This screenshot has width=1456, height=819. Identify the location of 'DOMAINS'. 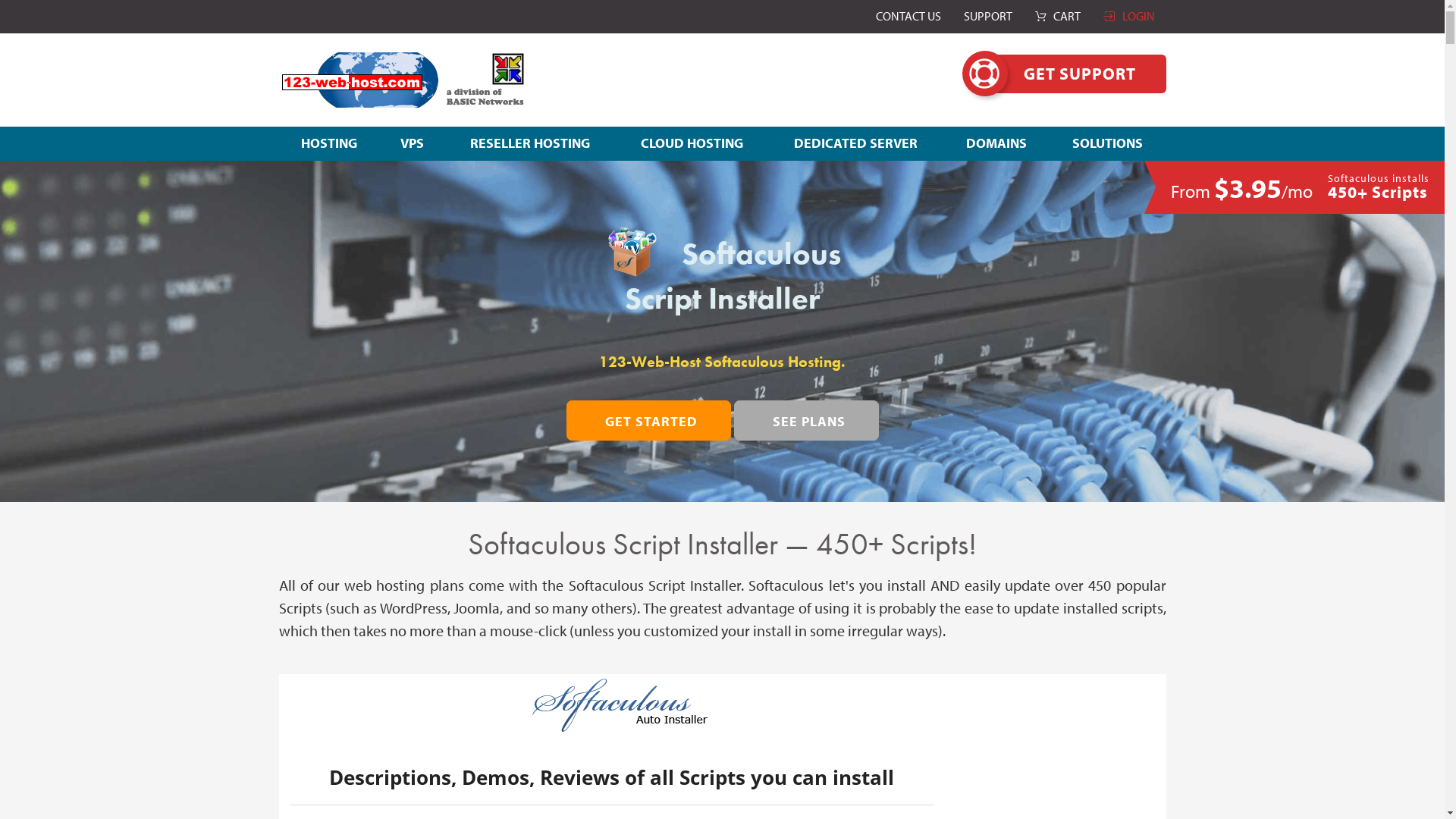
(953, 143).